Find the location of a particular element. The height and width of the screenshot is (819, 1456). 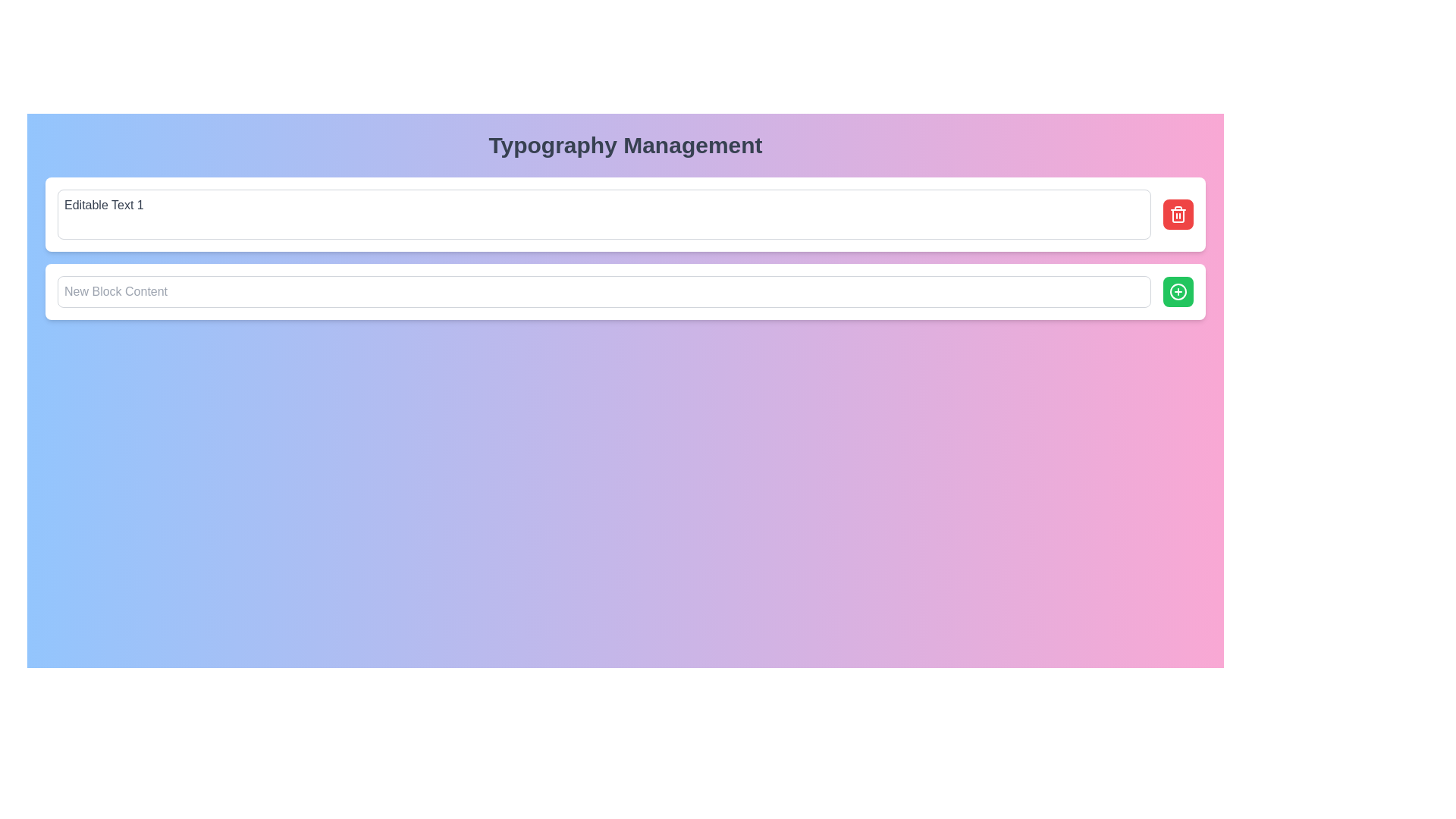

the red delete button with a white trash can icon located at the far right end of the input field labeled 'Editable Text 1' is located at coordinates (1178, 214).